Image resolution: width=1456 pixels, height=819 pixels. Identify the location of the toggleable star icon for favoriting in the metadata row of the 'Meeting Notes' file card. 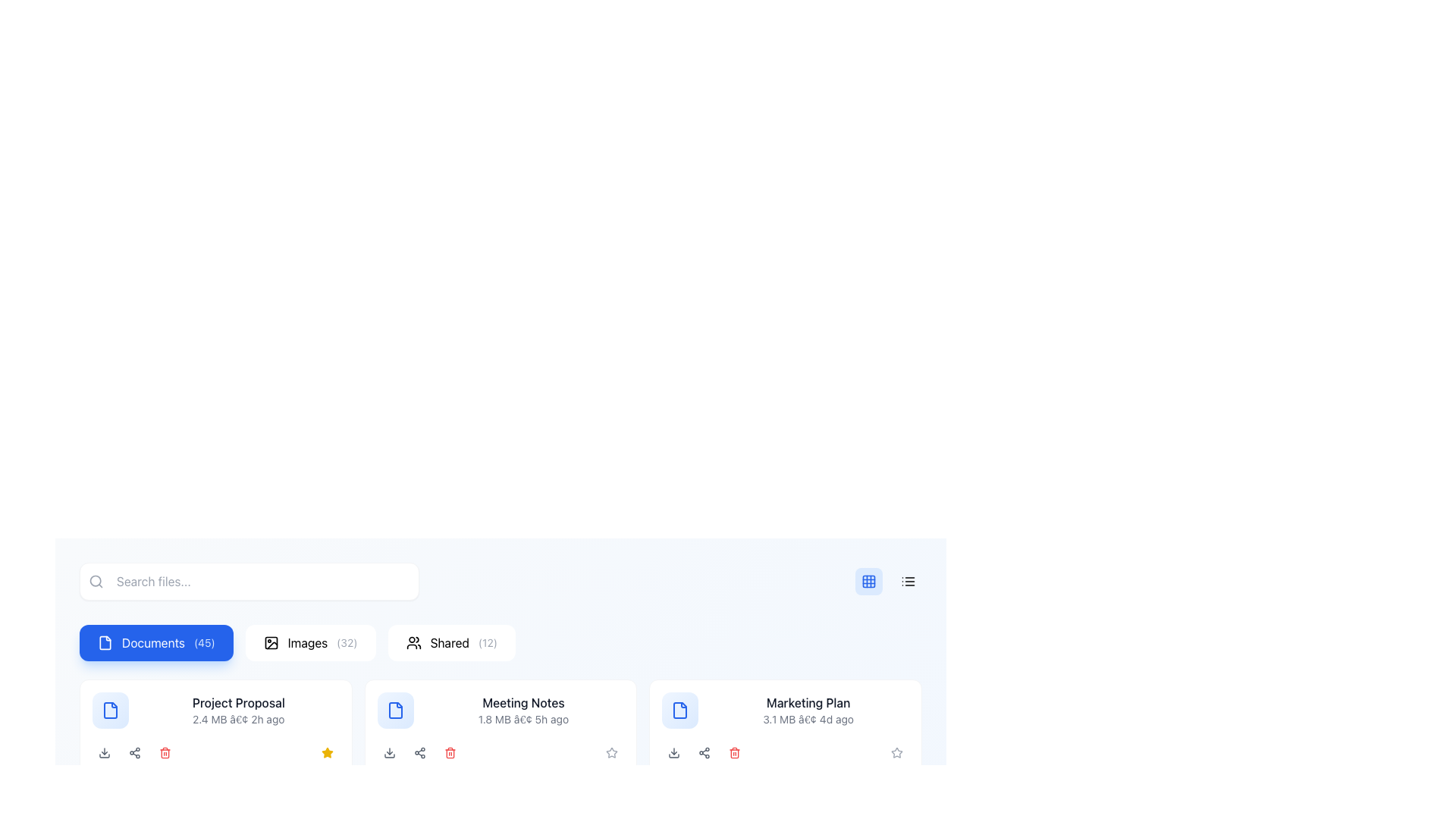
(326, 752).